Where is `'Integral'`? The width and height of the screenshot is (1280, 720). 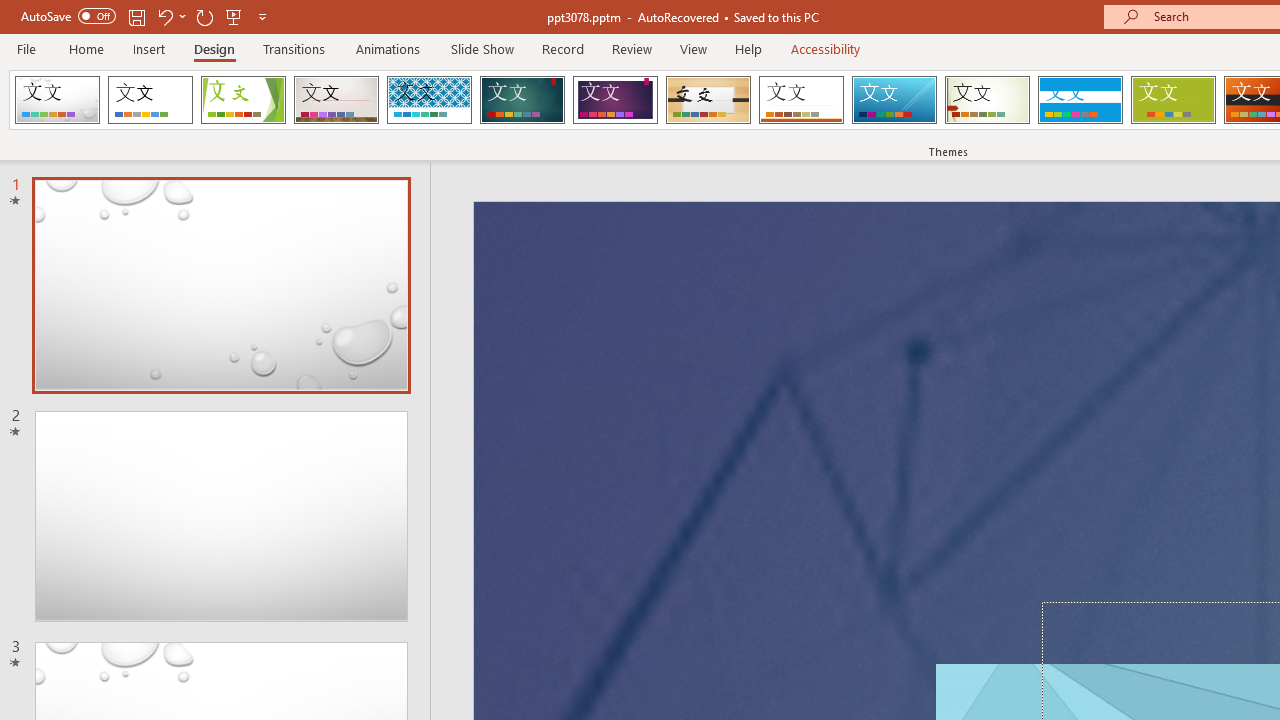 'Integral' is located at coordinates (428, 100).